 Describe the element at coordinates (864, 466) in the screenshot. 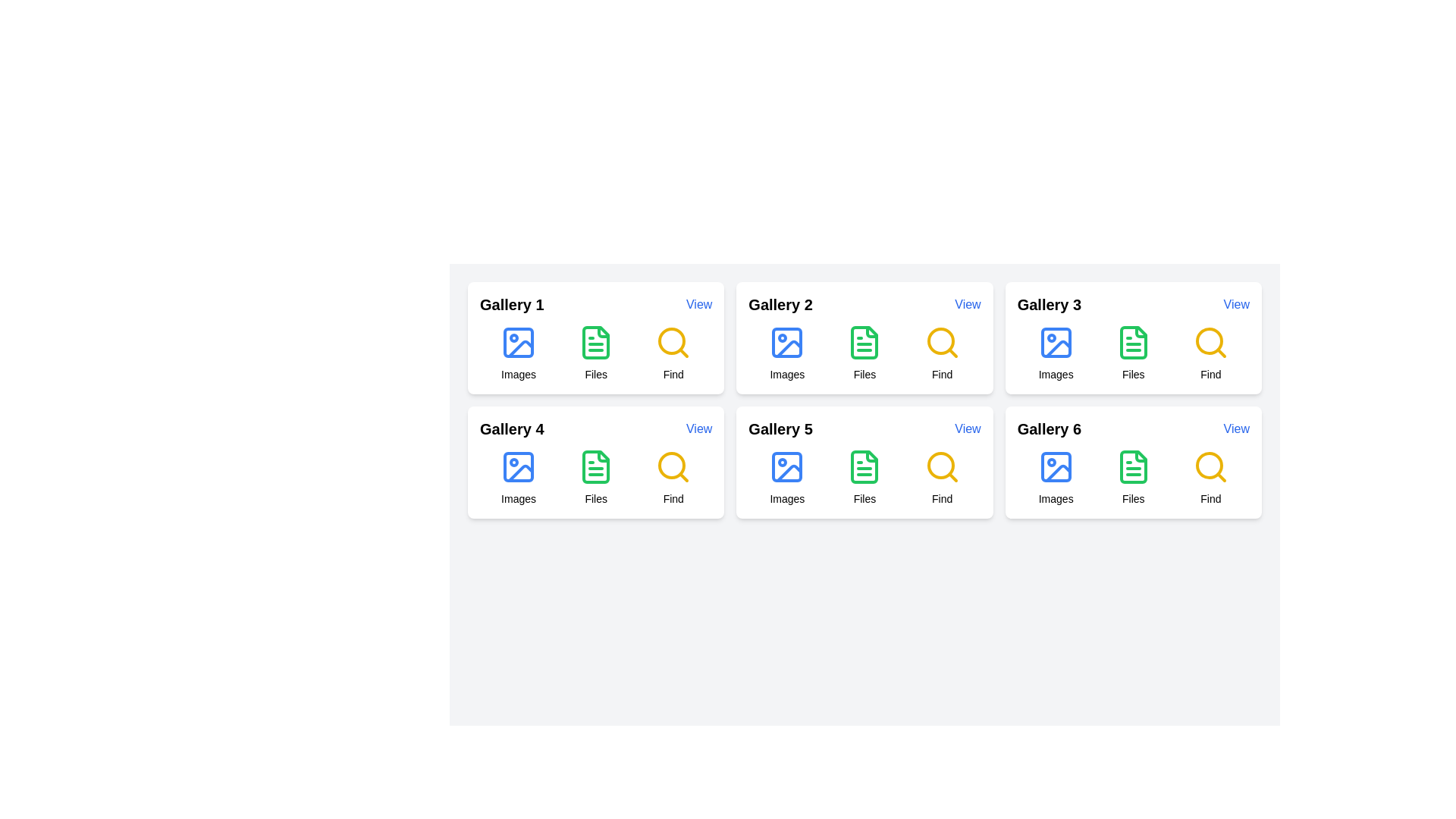

I see `the green file document icon with rounded edges, located as the leftmost icon in the second row under the 'Gallery 5' card` at that location.